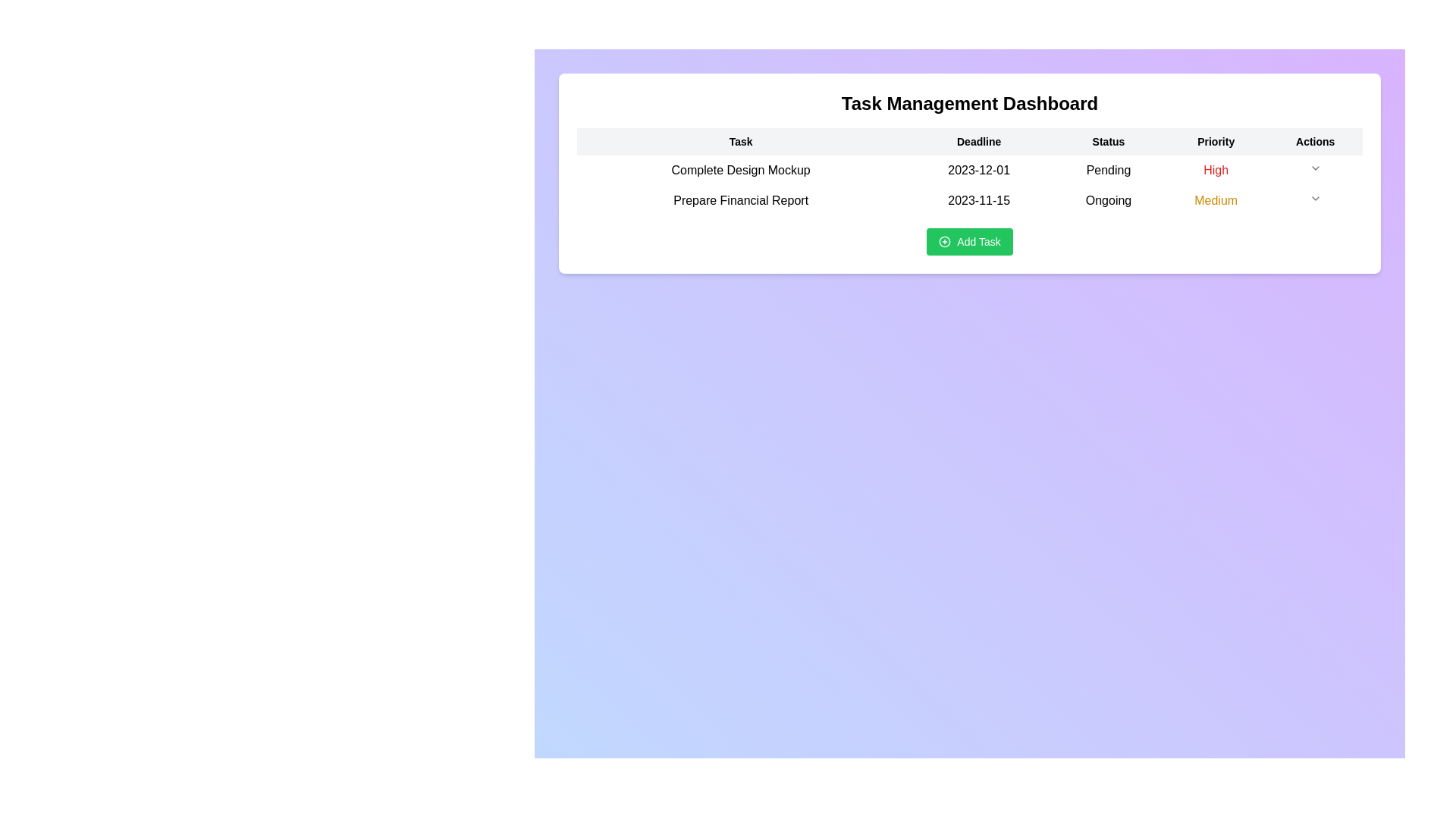 Image resolution: width=1456 pixels, height=819 pixels. Describe the element at coordinates (968, 103) in the screenshot. I see `header text 'Task Management Dashboard' which is displayed in a large, bold font at the top of the white card above the task table` at that location.